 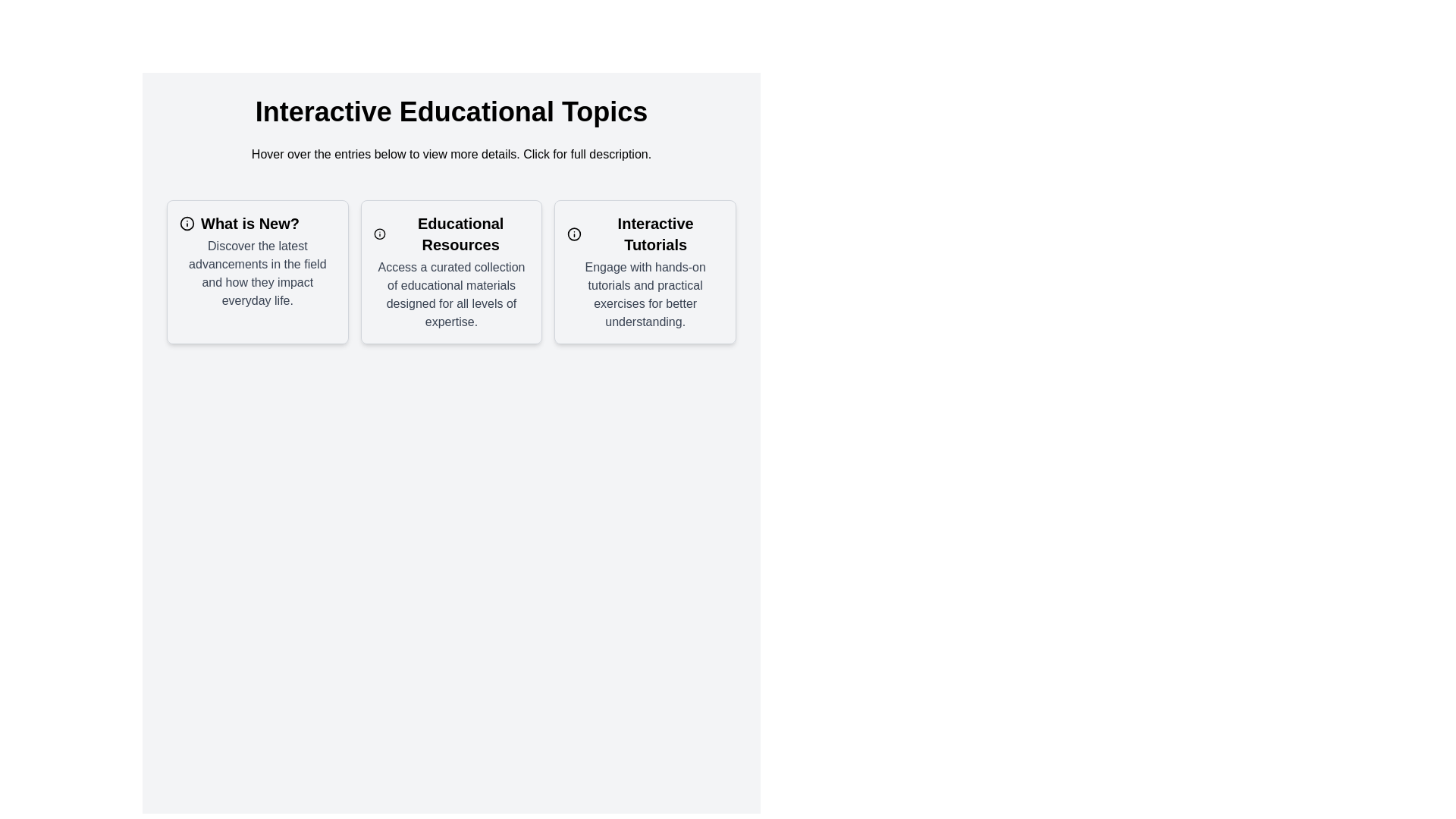 What do you see at coordinates (573, 234) in the screenshot?
I see `the SVG circle element that is part of the icon group for 'Educational Resources', which is centrally aligned and denotes informational context` at bounding box center [573, 234].